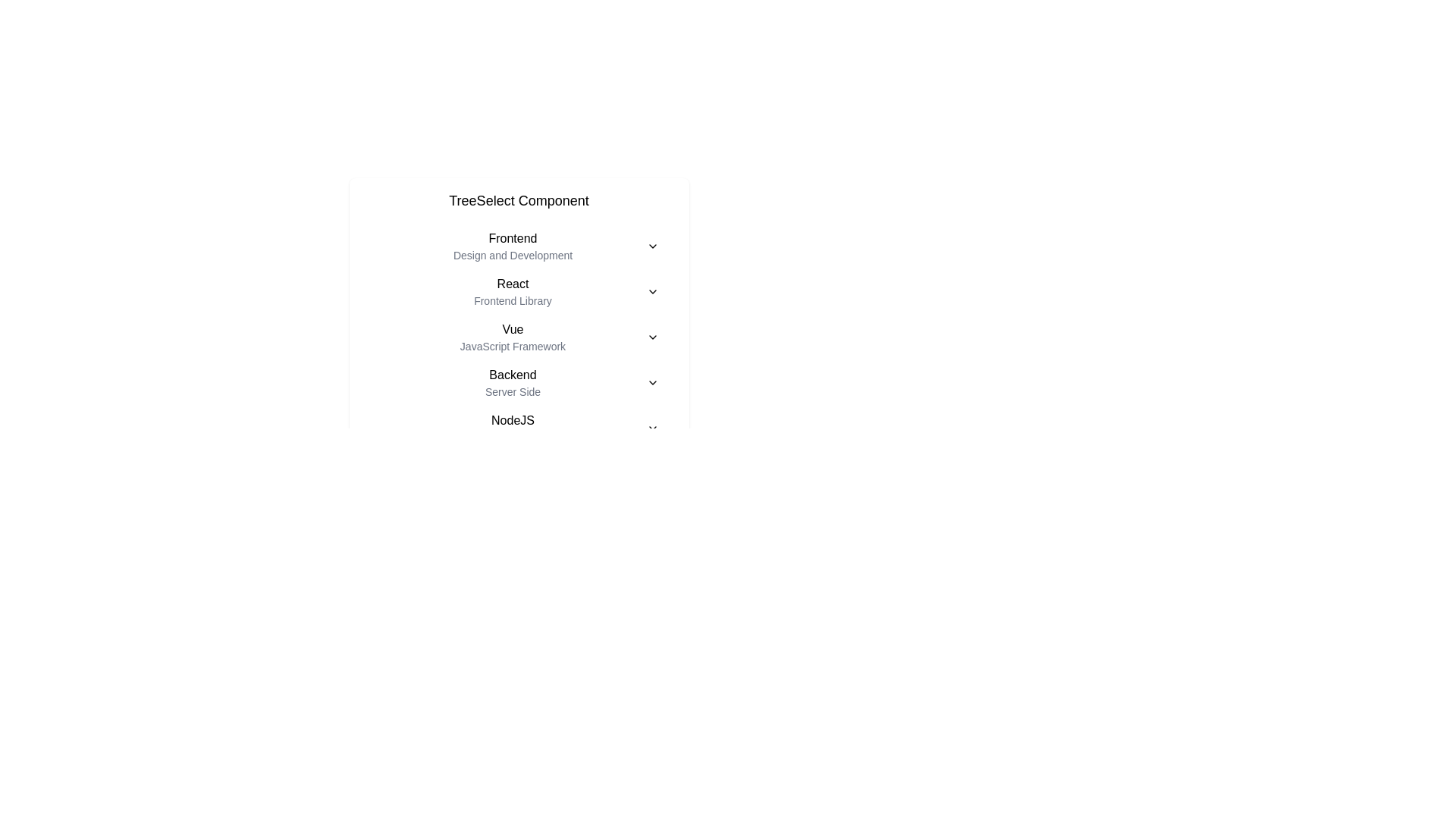  I want to click on the downward-pointing chevron icon next to the 'NodeJS' label, so click(652, 428).